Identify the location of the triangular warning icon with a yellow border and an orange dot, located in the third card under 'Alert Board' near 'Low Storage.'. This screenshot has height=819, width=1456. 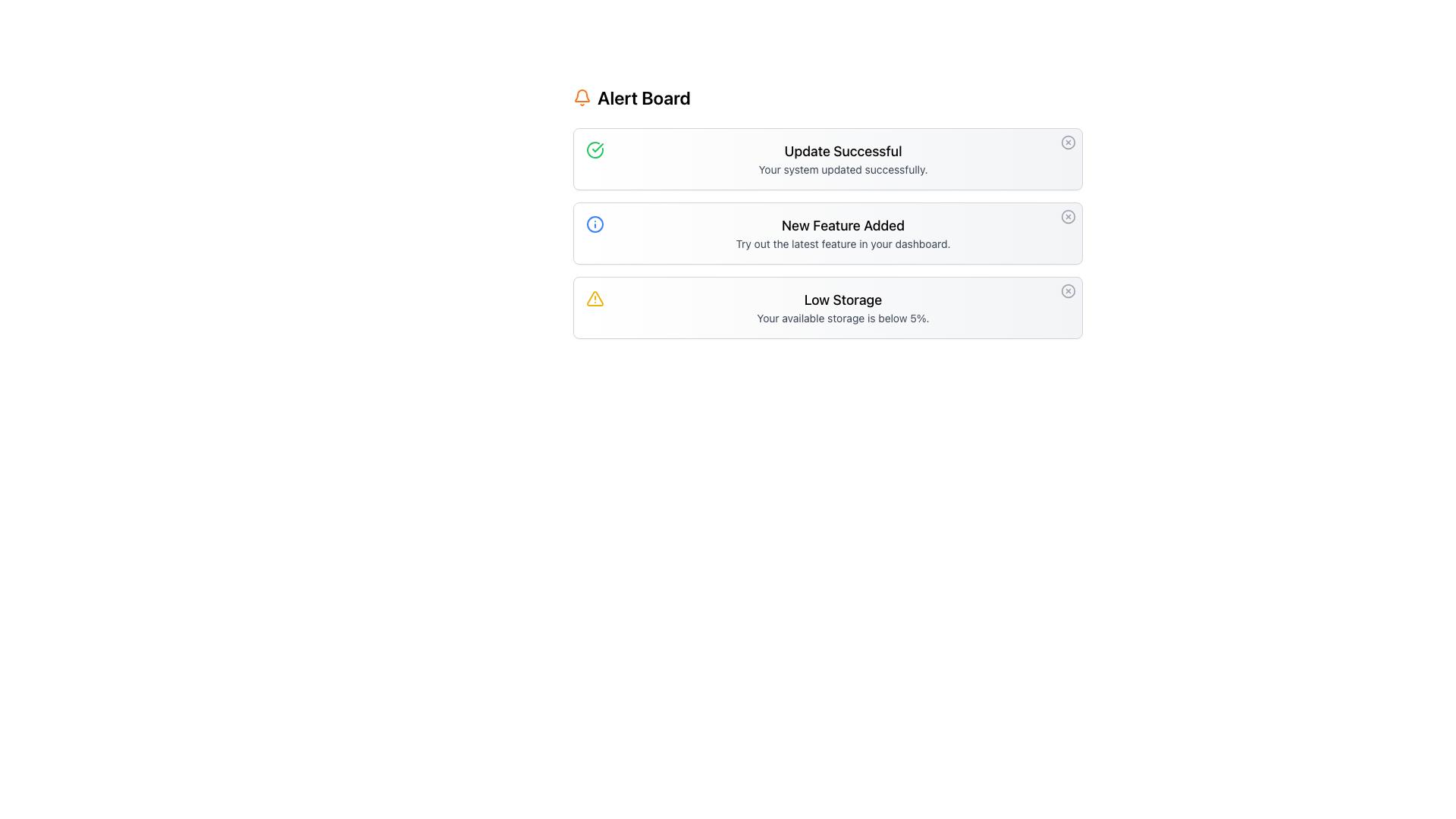
(594, 298).